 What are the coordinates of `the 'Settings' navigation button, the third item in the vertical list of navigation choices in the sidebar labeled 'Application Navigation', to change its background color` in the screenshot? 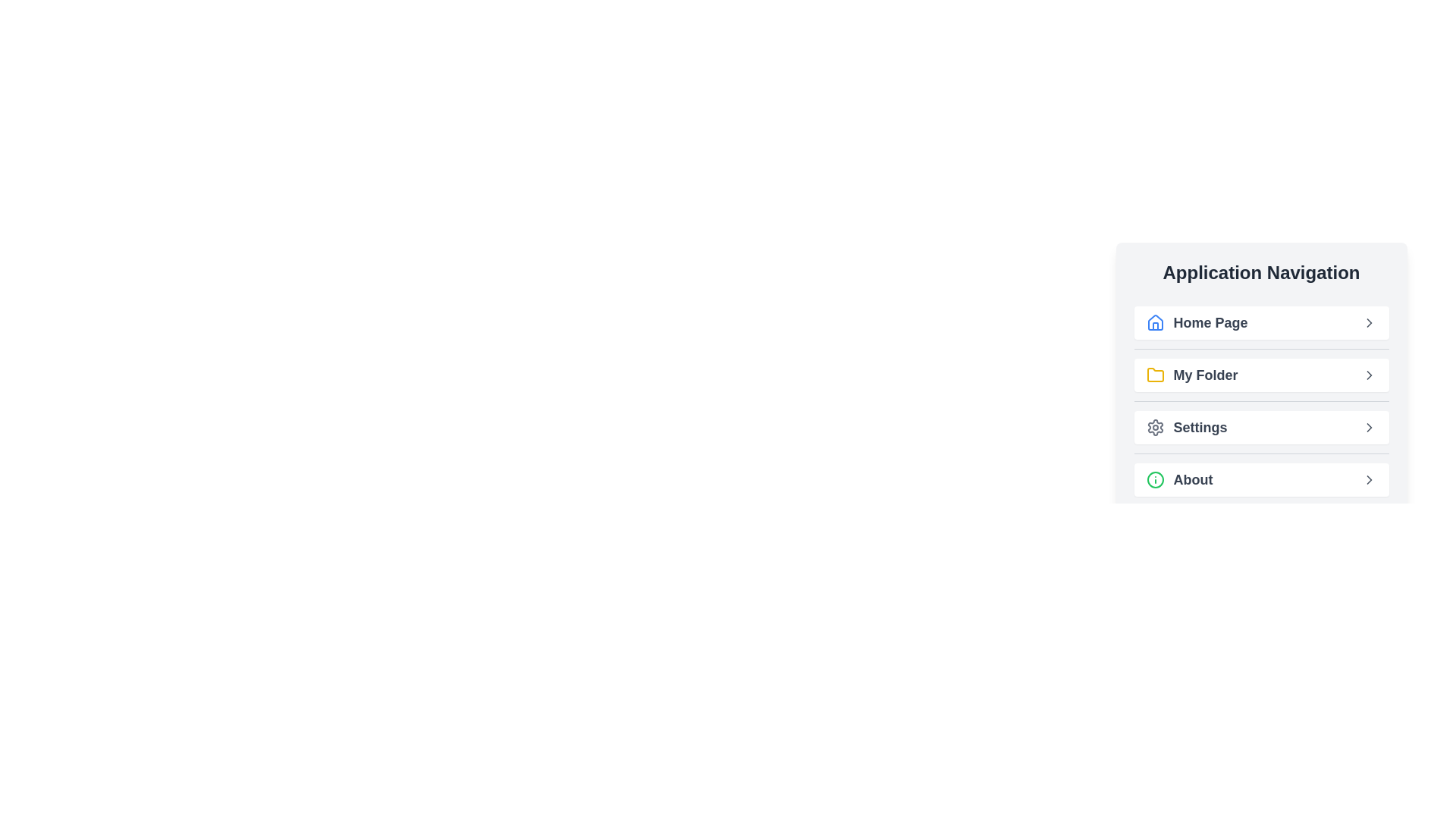 It's located at (1261, 427).